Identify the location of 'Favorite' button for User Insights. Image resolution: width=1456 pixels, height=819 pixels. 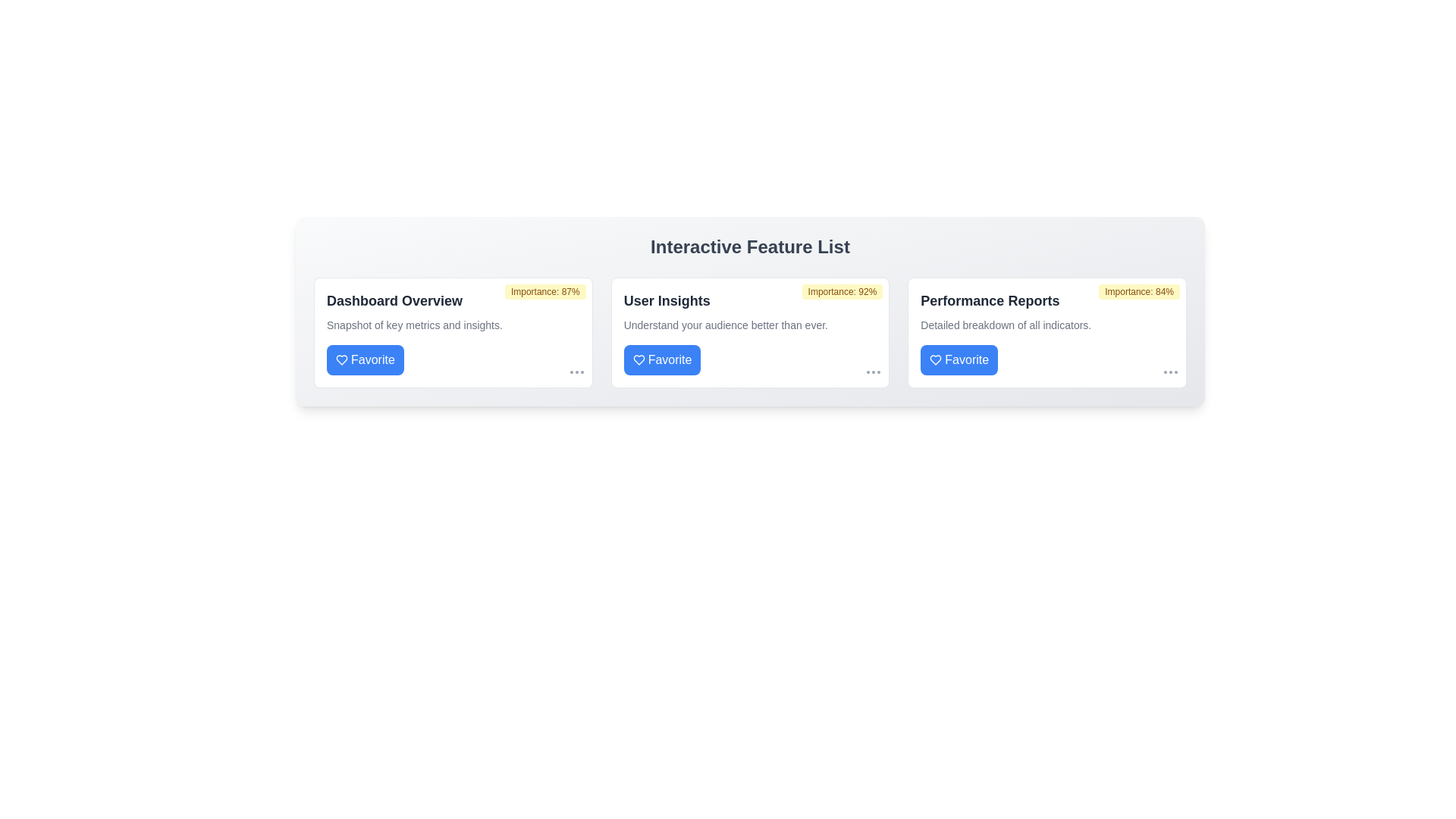
(662, 359).